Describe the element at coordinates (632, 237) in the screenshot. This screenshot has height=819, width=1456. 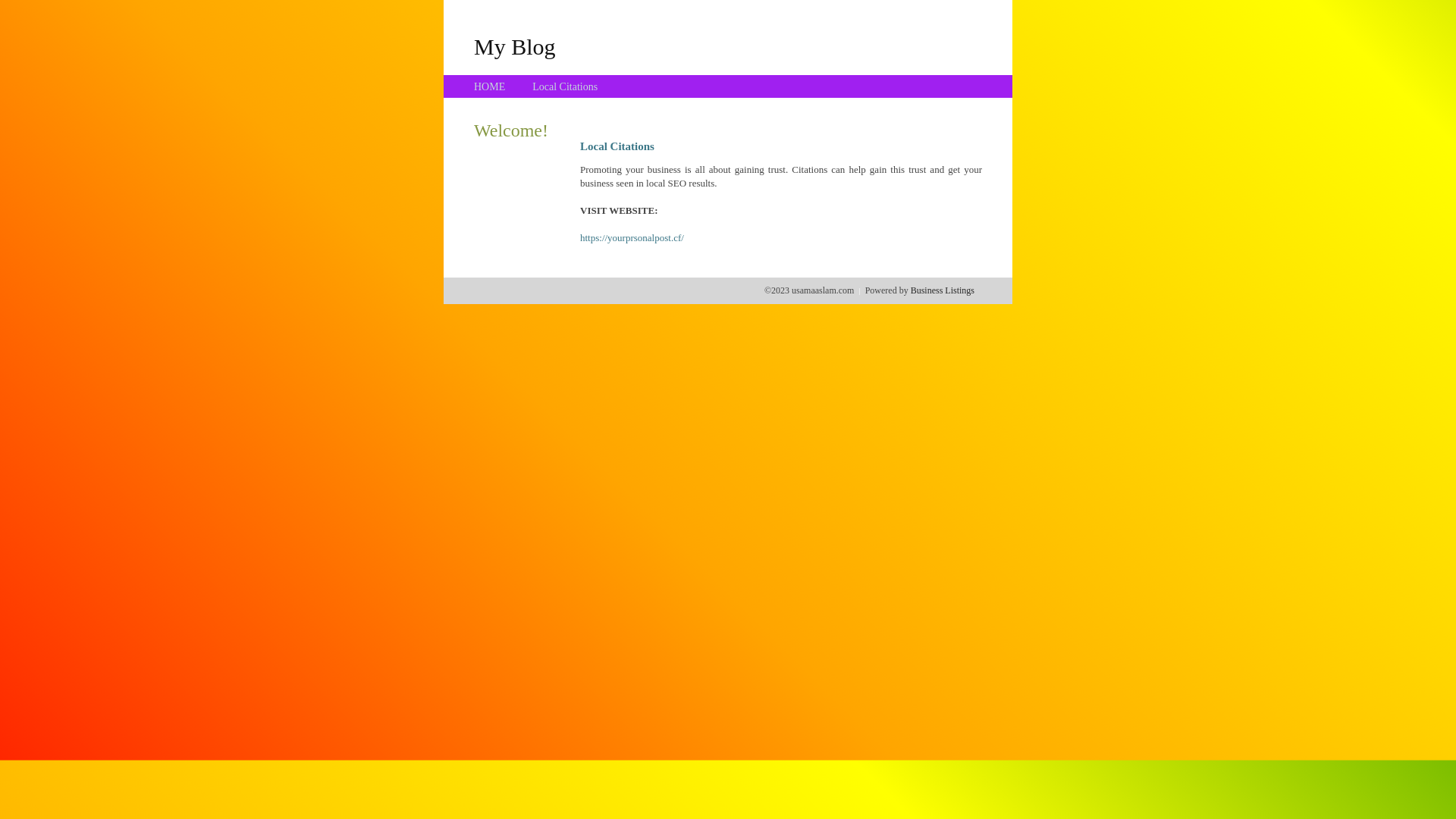
I see `'https://yourprsonalpost.cf/'` at that location.